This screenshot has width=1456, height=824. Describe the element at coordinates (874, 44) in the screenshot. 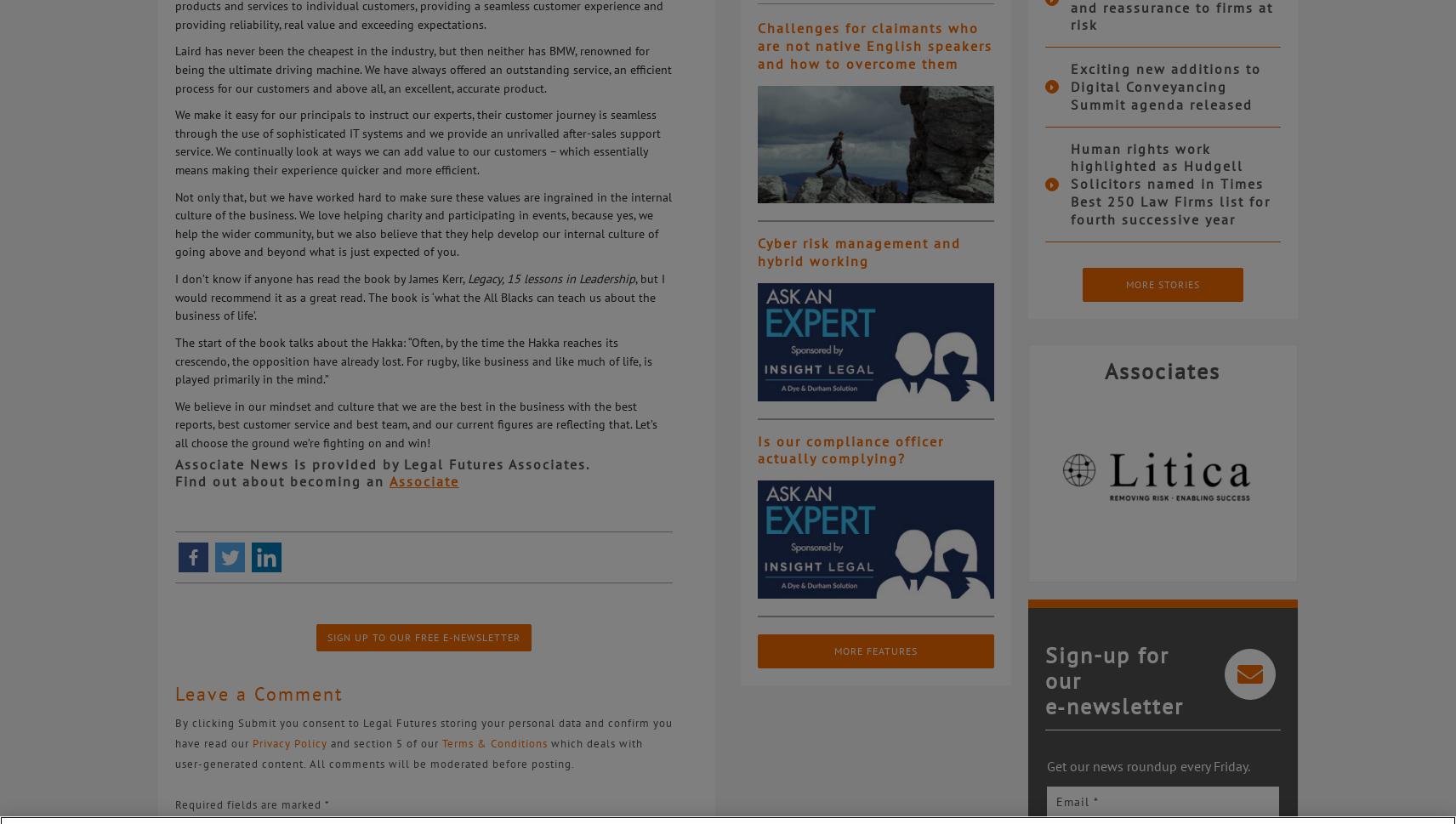

I see `'Challenges for claimants who are not native English speakers and how to overcome them'` at that location.